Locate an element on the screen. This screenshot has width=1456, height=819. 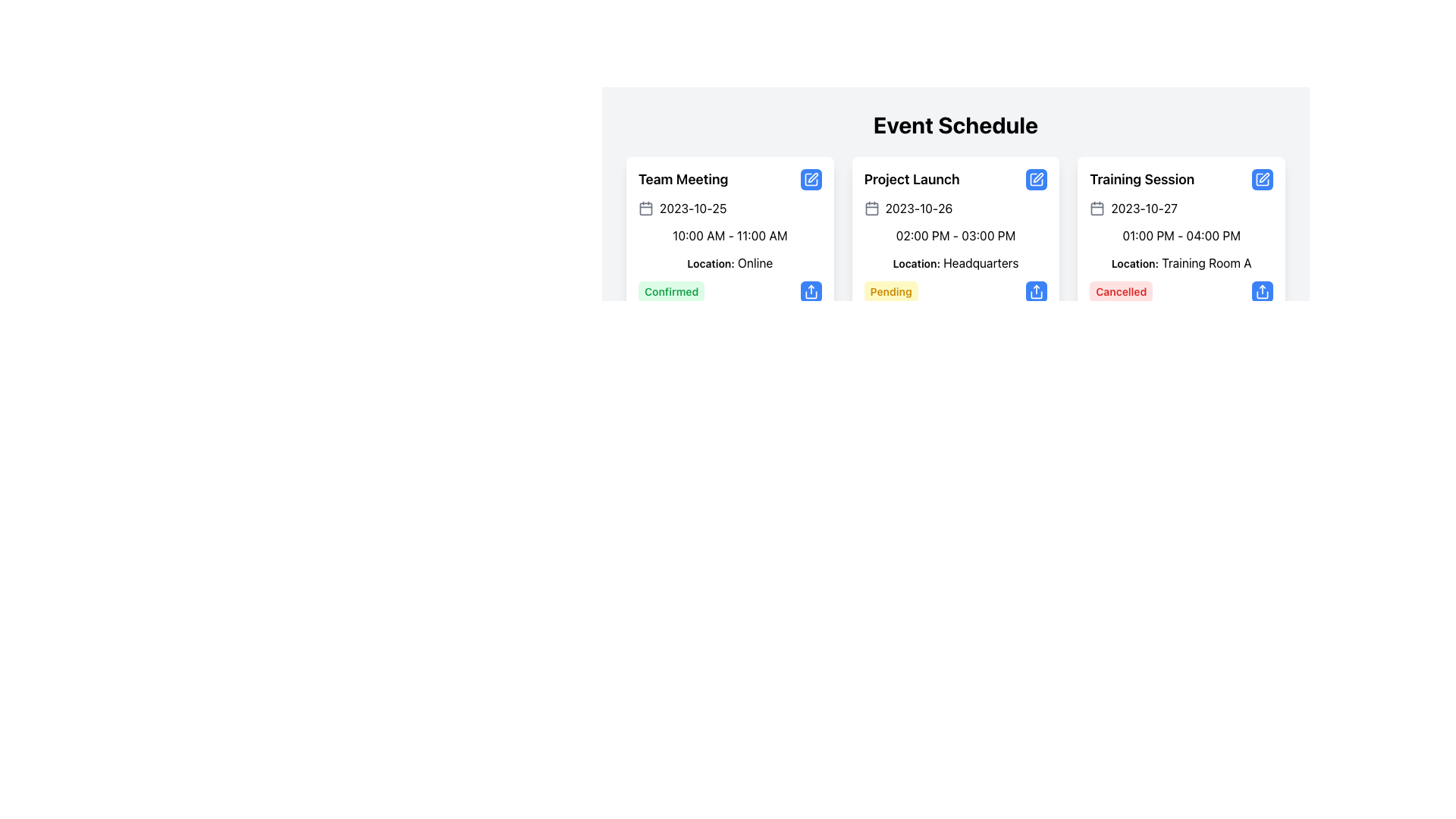
the 'Project Launch' text label, which is a bold, large black font heading in the upper-middle region of a card layout is located at coordinates (911, 178).